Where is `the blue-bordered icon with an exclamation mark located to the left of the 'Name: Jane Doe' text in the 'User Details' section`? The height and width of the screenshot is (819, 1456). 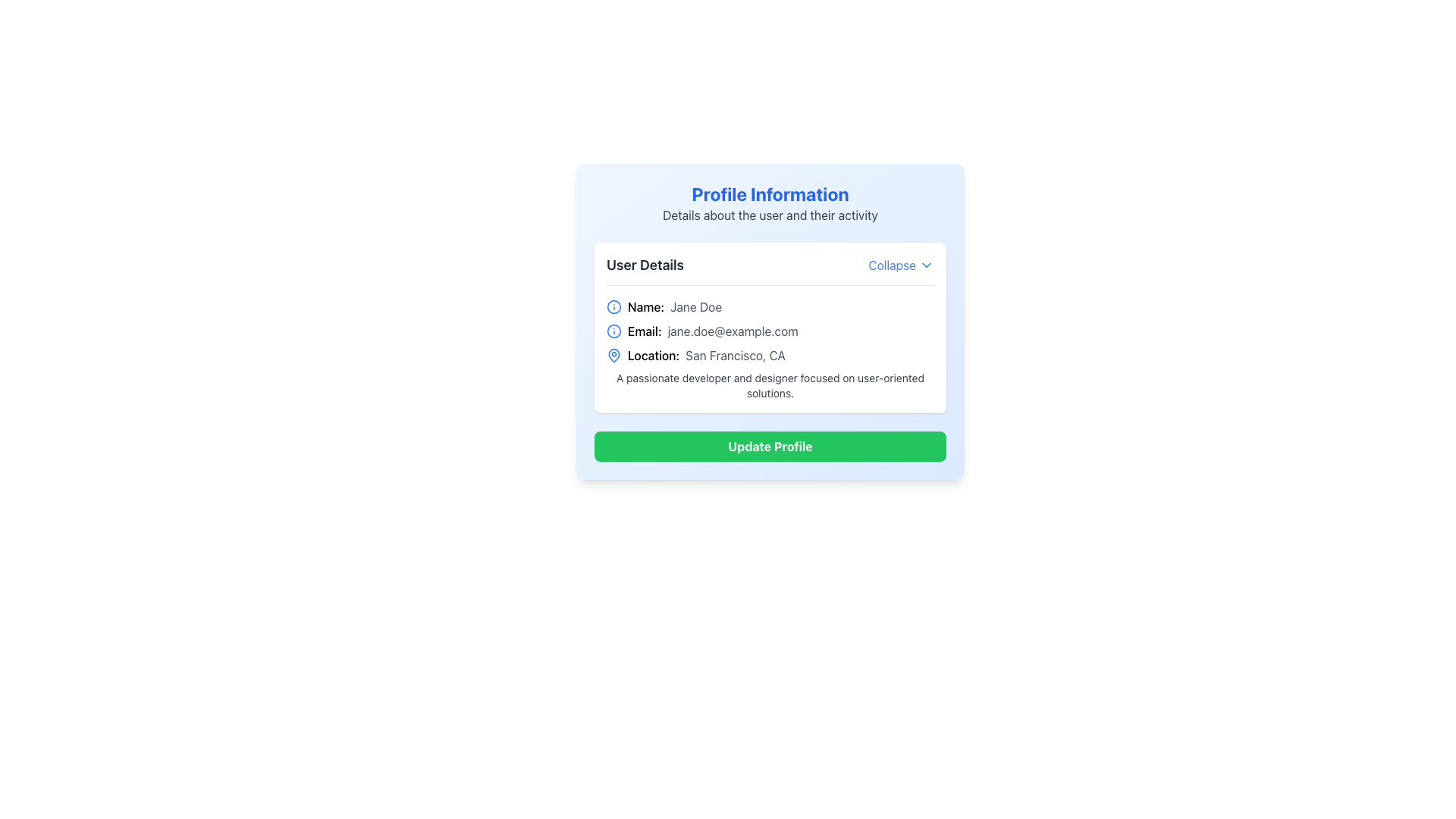
the blue-bordered icon with an exclamation mark located to the left of the 'Name: Jane Doe' text in the 'User Details' section is located at coordinates (614, 307).